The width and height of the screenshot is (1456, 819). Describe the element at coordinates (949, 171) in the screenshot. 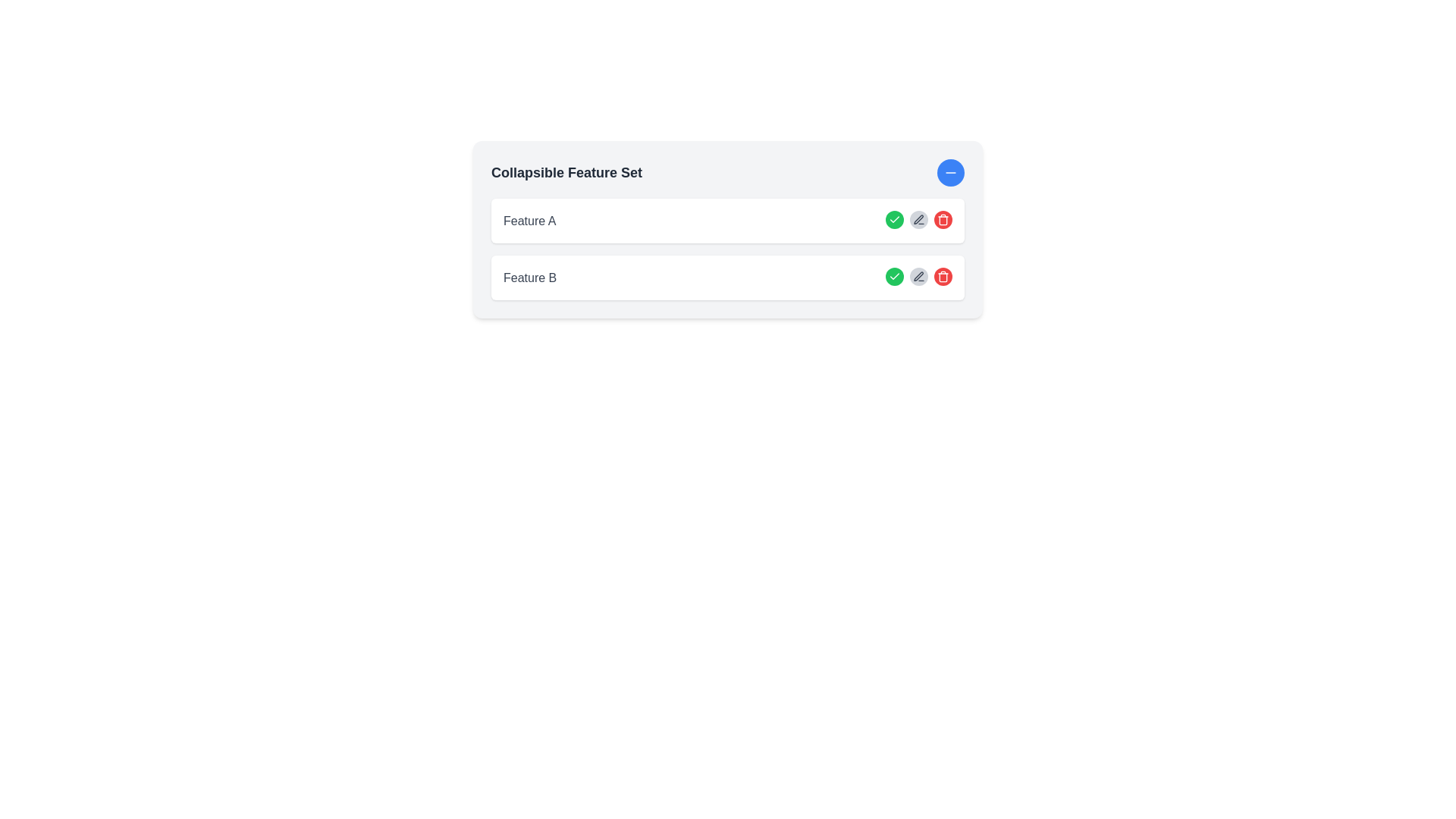

I see `the blue circular button with a white minus sign in the center located at the top right corner of the 'Collapsible Feature Set' section for accessibility` at that location.